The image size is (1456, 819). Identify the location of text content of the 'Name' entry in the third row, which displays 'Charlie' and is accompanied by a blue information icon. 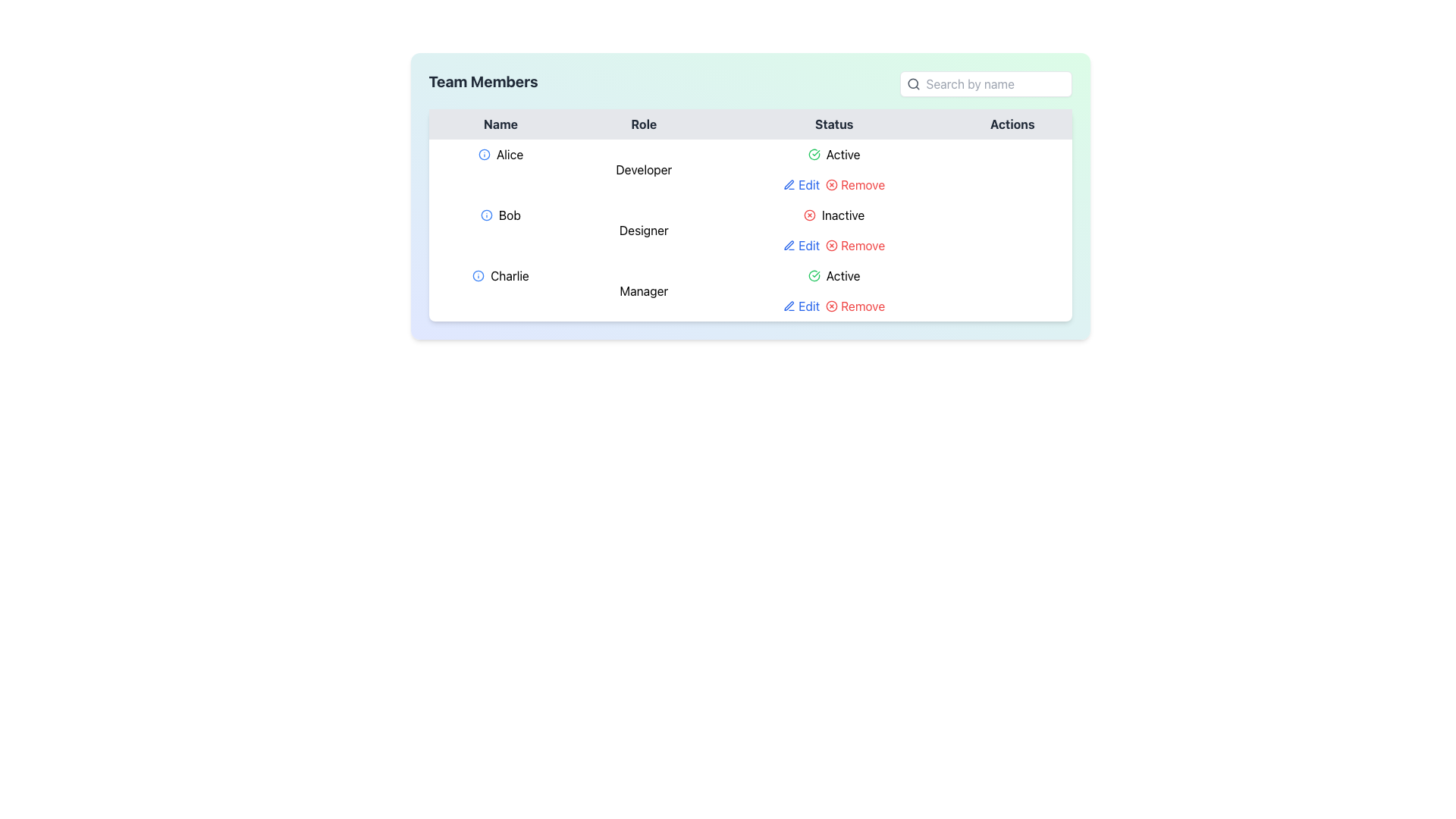
(500, 275).